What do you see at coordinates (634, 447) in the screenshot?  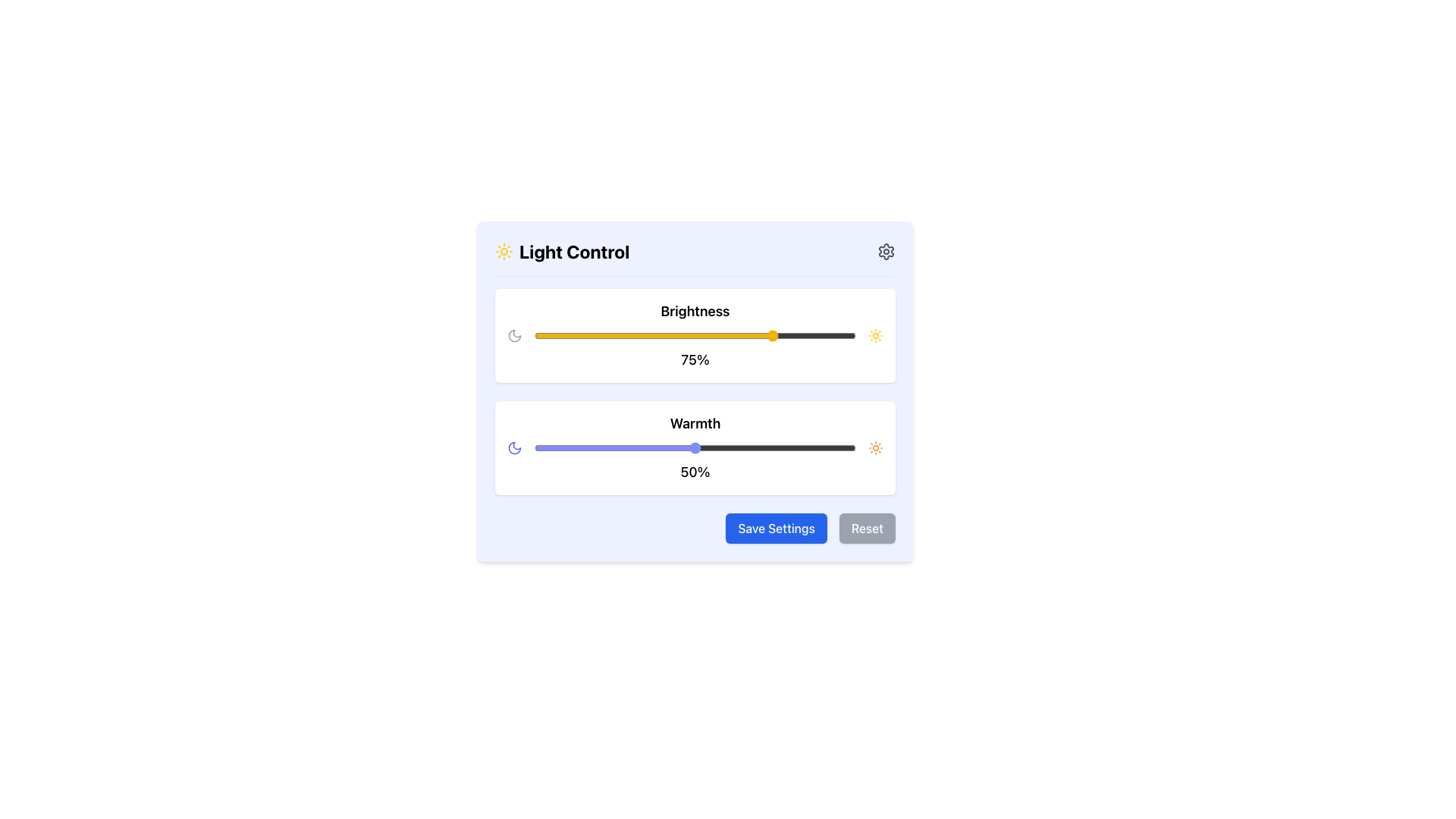 I see `the warmth level` at bounding box center [634, 447].